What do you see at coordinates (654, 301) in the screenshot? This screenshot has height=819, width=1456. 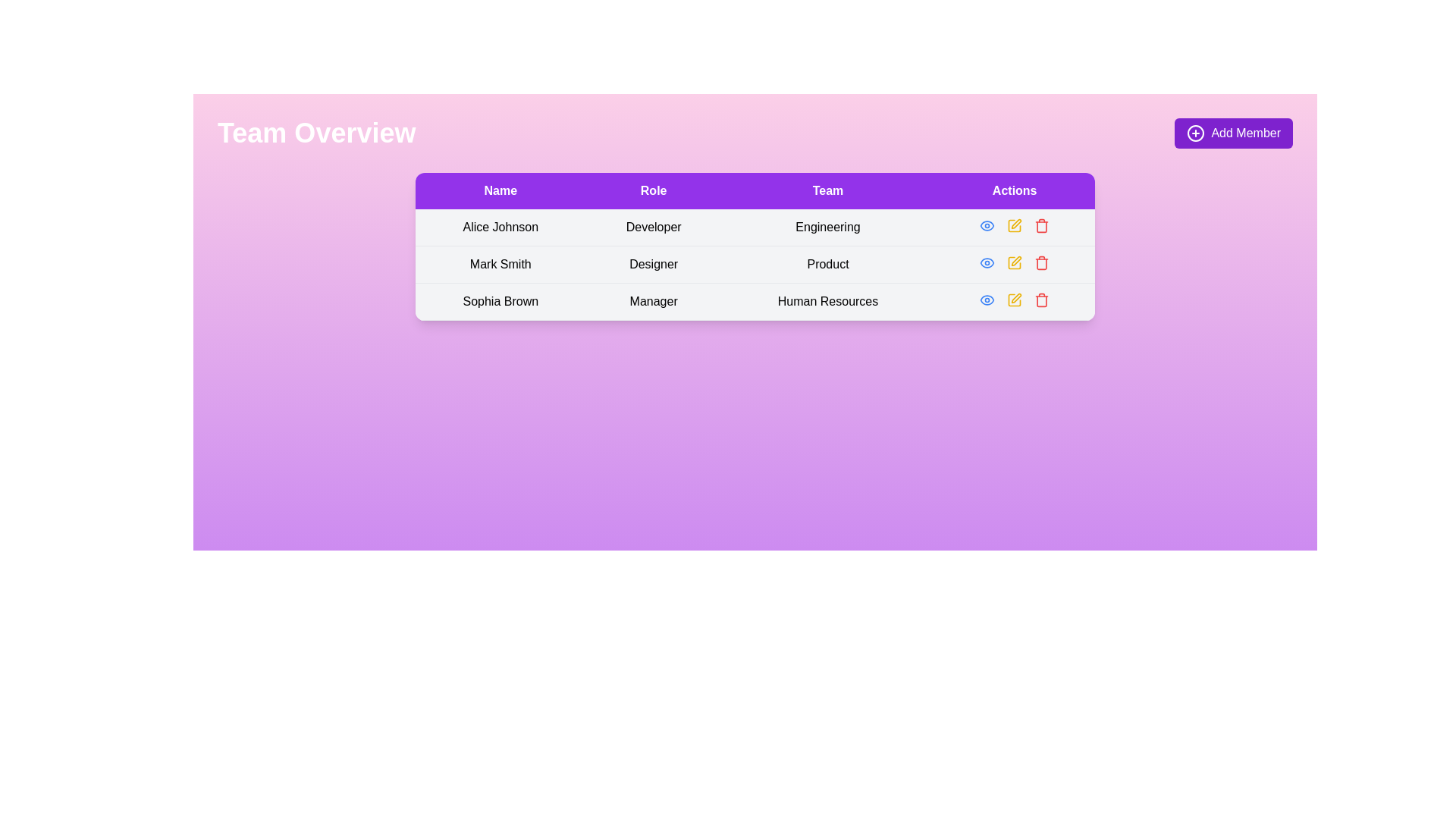 I see `the text label displaying 'Manager' in the Role column of the third row, associated with 'Sophia Brown'` at bounding box center [654, 301].